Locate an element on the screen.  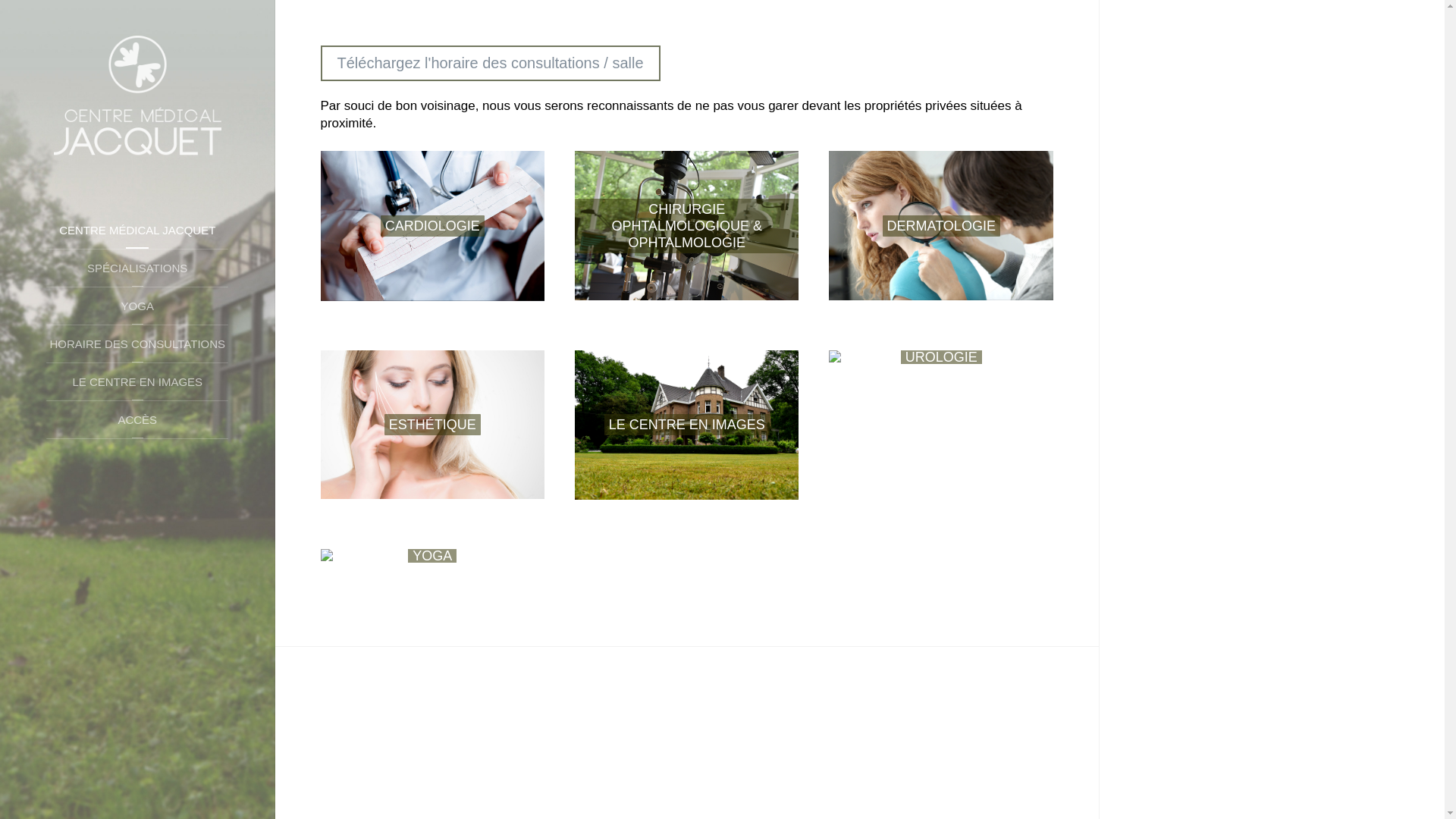
'DERMATOLOGIE' is located at coordinates (940, 225).